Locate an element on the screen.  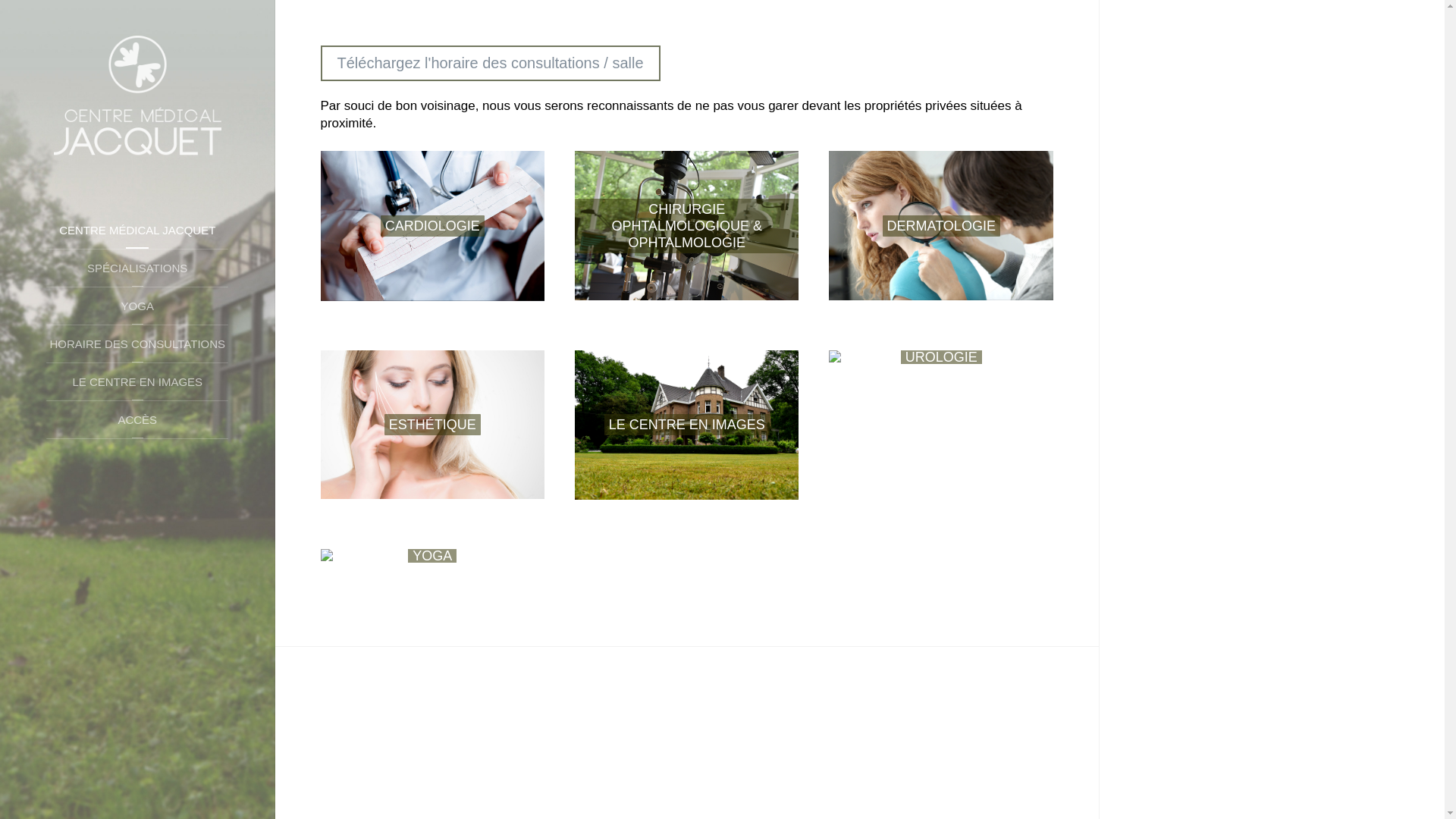
'DERMATOLOGIE' is located at coordinates (940, 225).